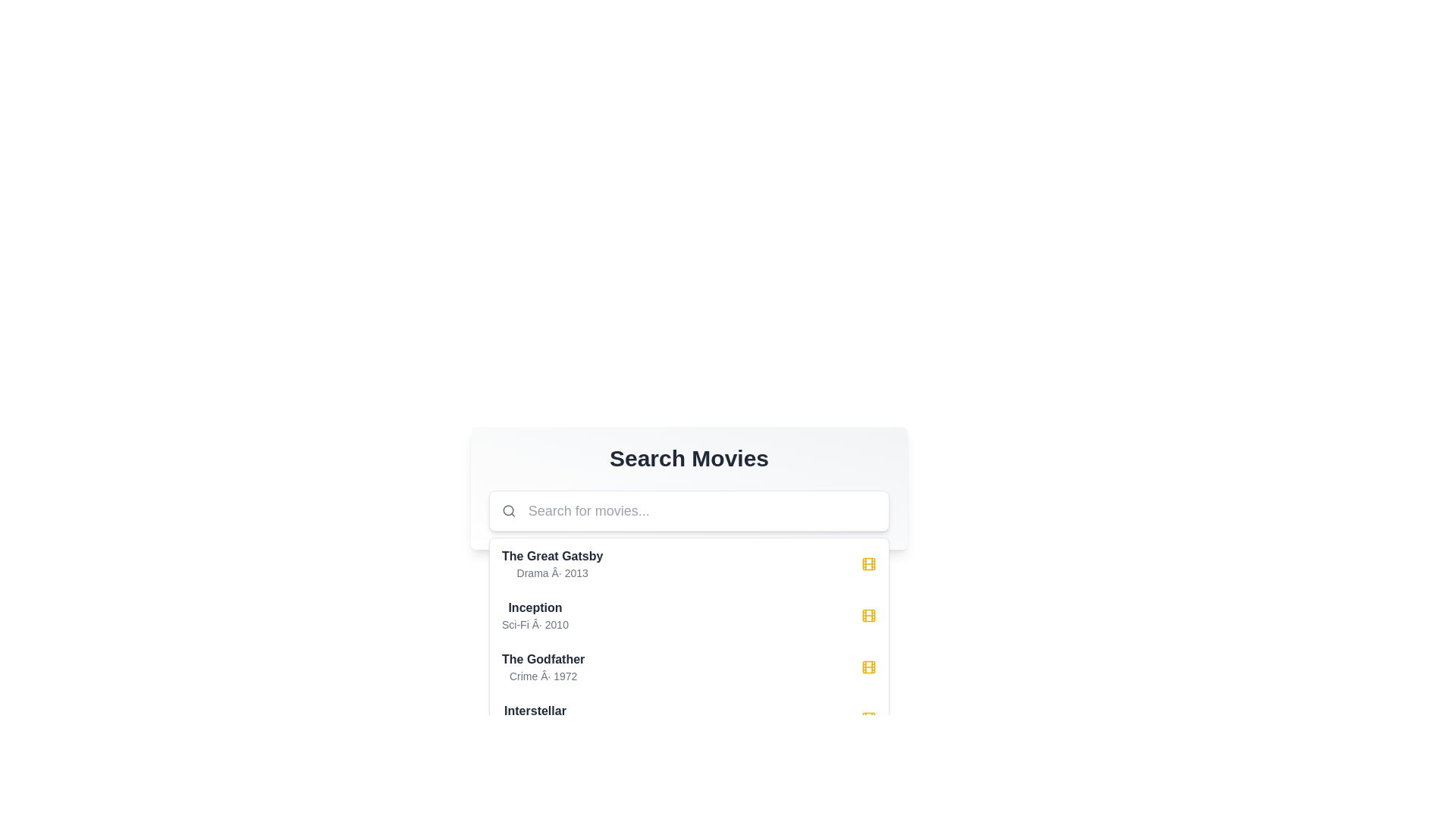  What do you see at coordinates (688, 666) in the screenshot?
I see `the list item containing the title 'The Godfather' with a bold font and the subtitle 'Crime · 1972' in a lighter gray font, which is the third row in the vertical list of movie items` at bounding box center [688, 666].